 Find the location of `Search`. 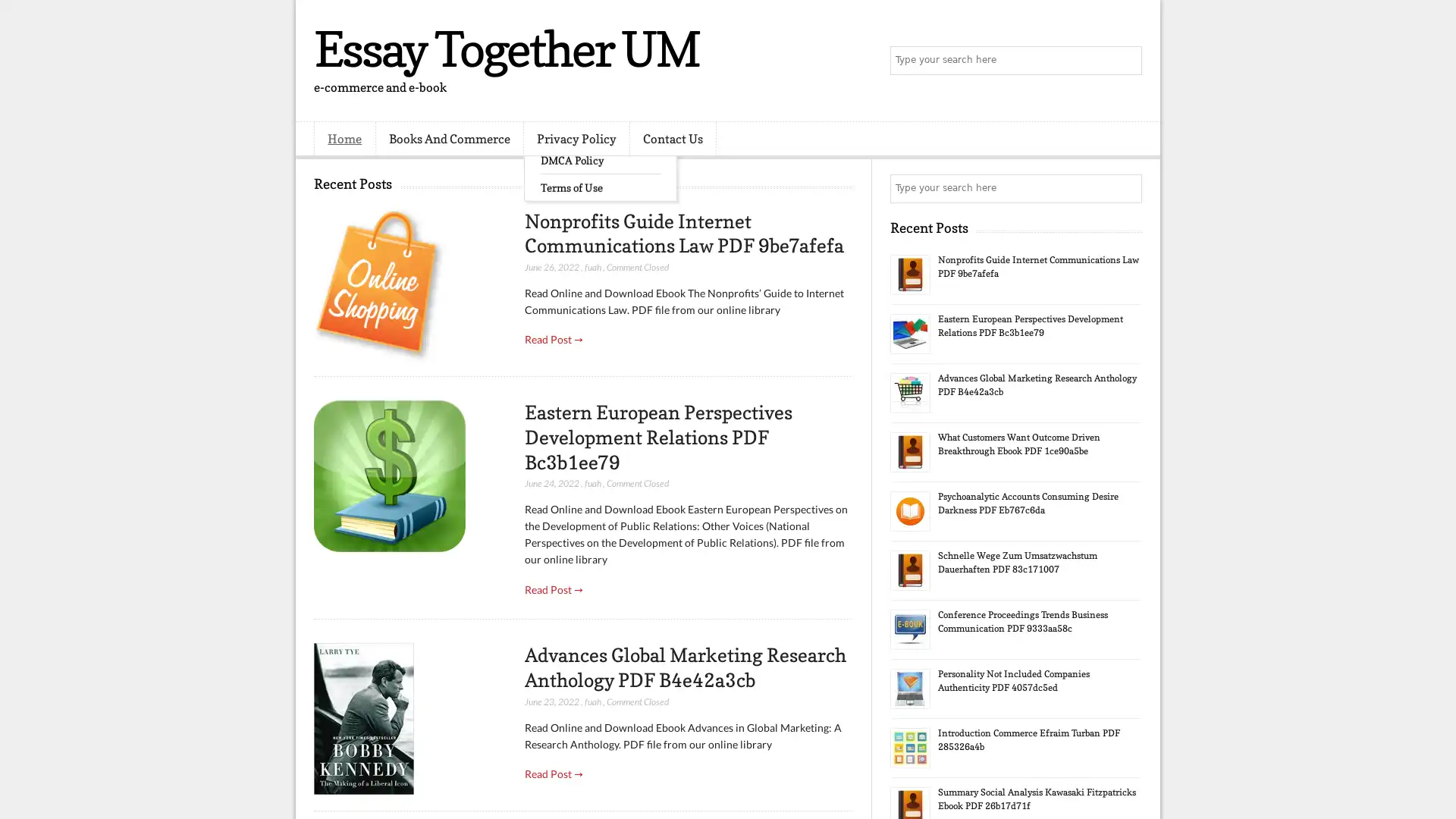

Search is located at coordinates (1126, 61).